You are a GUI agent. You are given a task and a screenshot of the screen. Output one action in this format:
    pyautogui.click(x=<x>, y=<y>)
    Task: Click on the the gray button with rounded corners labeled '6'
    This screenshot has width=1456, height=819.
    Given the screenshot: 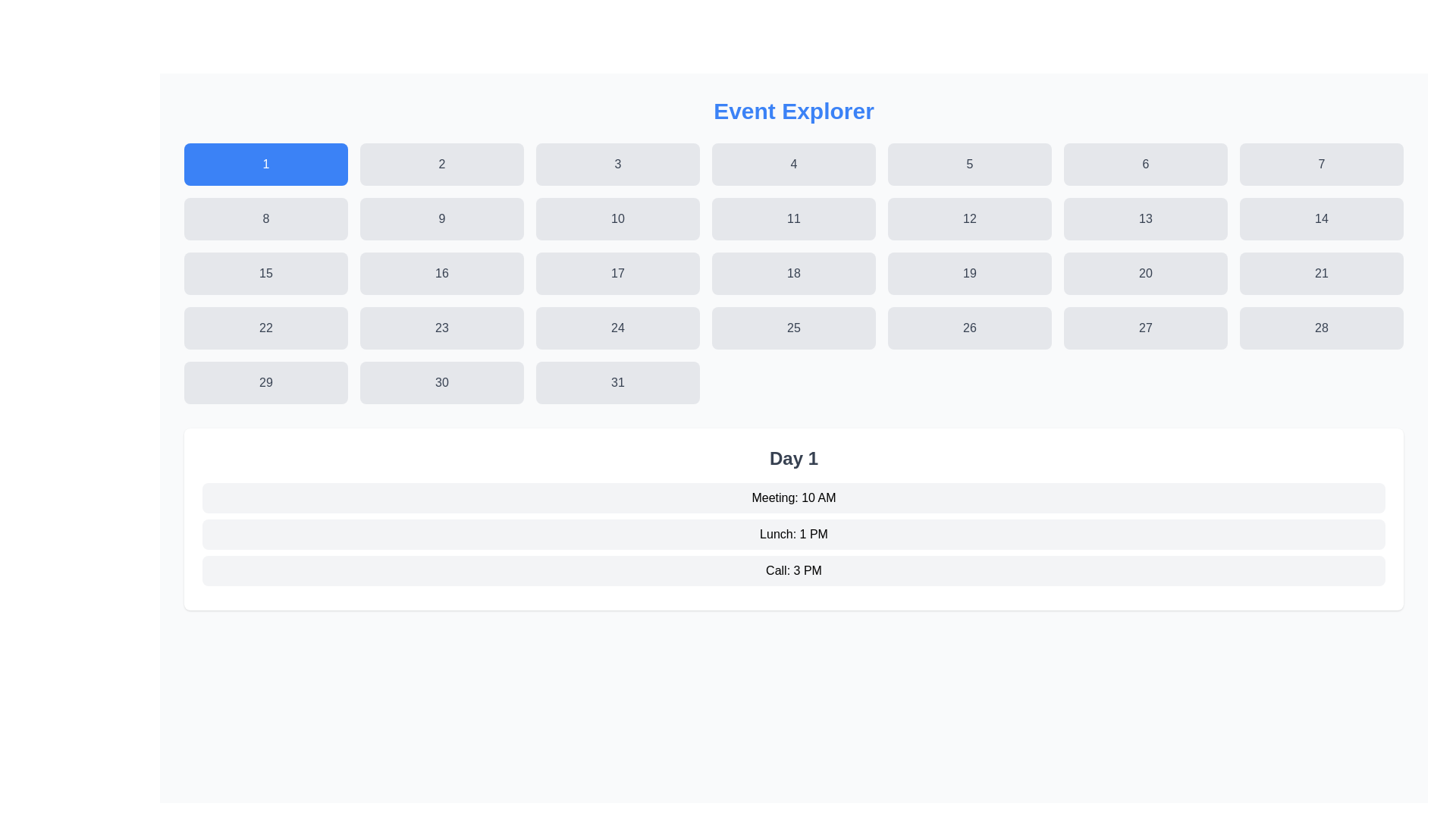 What is the action you would take?
    pyautogui.click(x=1146, y=164)
    